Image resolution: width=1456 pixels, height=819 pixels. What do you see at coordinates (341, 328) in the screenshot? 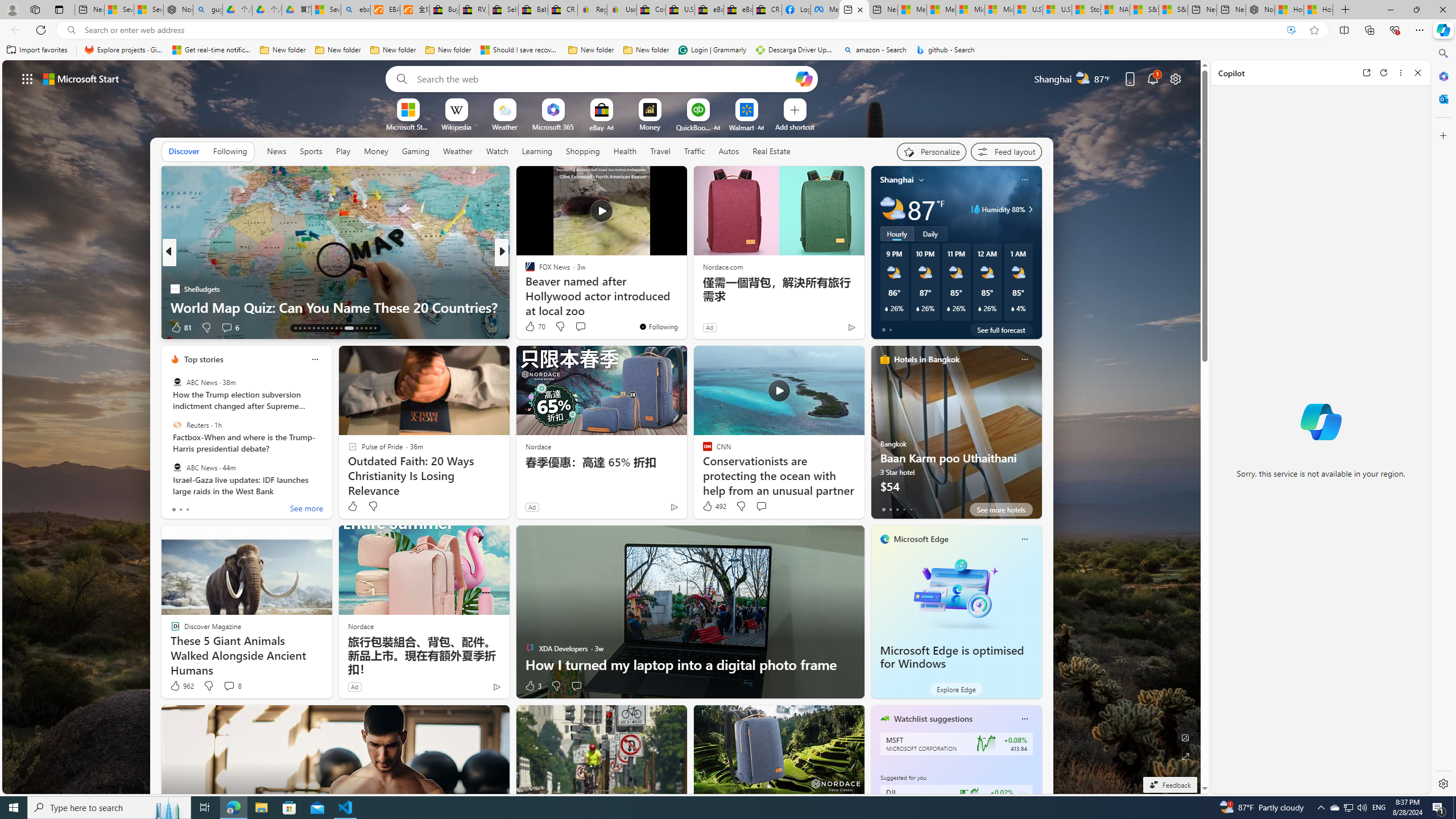
I see `'AutomationID: tab-23'` at bounding box center [341, 328].